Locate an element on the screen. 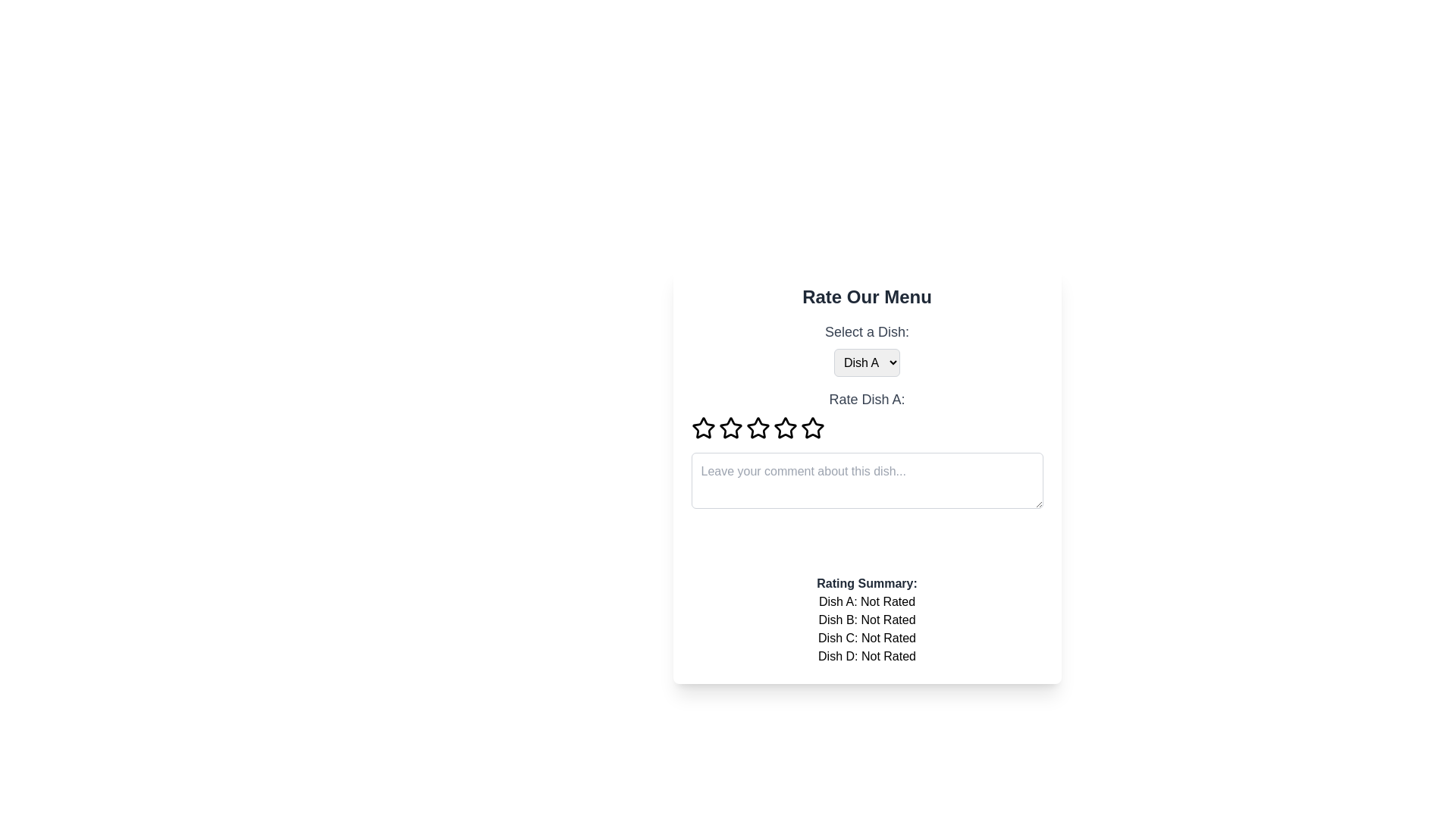 This screenshot has width=1456, height=819. the first star icon in the rating system to assign a score of one point, which is located beneath the header 'Rate Dish A:' and above the comment input field is located at coordinates (702, 428).